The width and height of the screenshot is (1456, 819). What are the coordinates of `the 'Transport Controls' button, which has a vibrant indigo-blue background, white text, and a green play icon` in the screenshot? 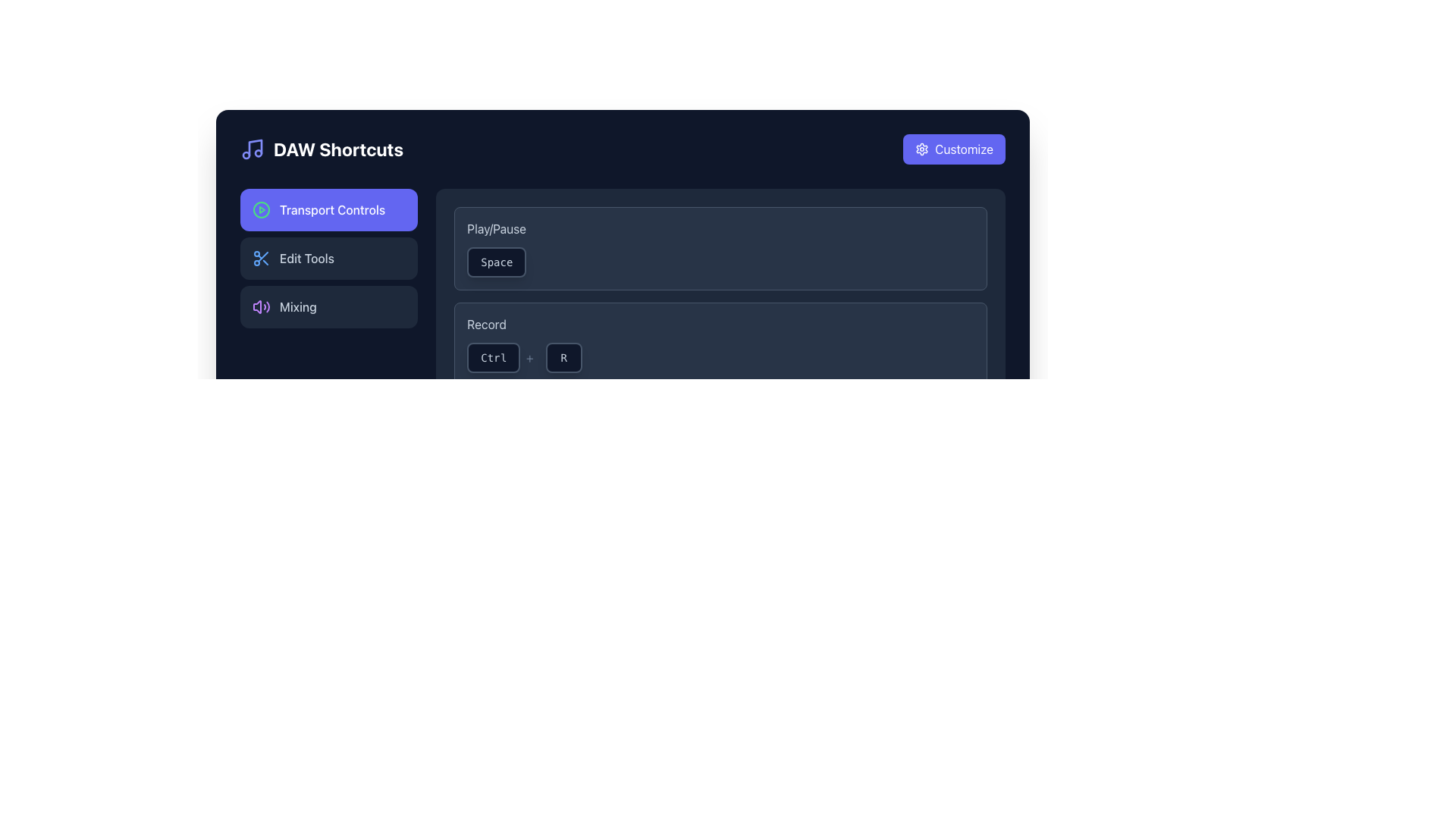 It's located at (328, 210).